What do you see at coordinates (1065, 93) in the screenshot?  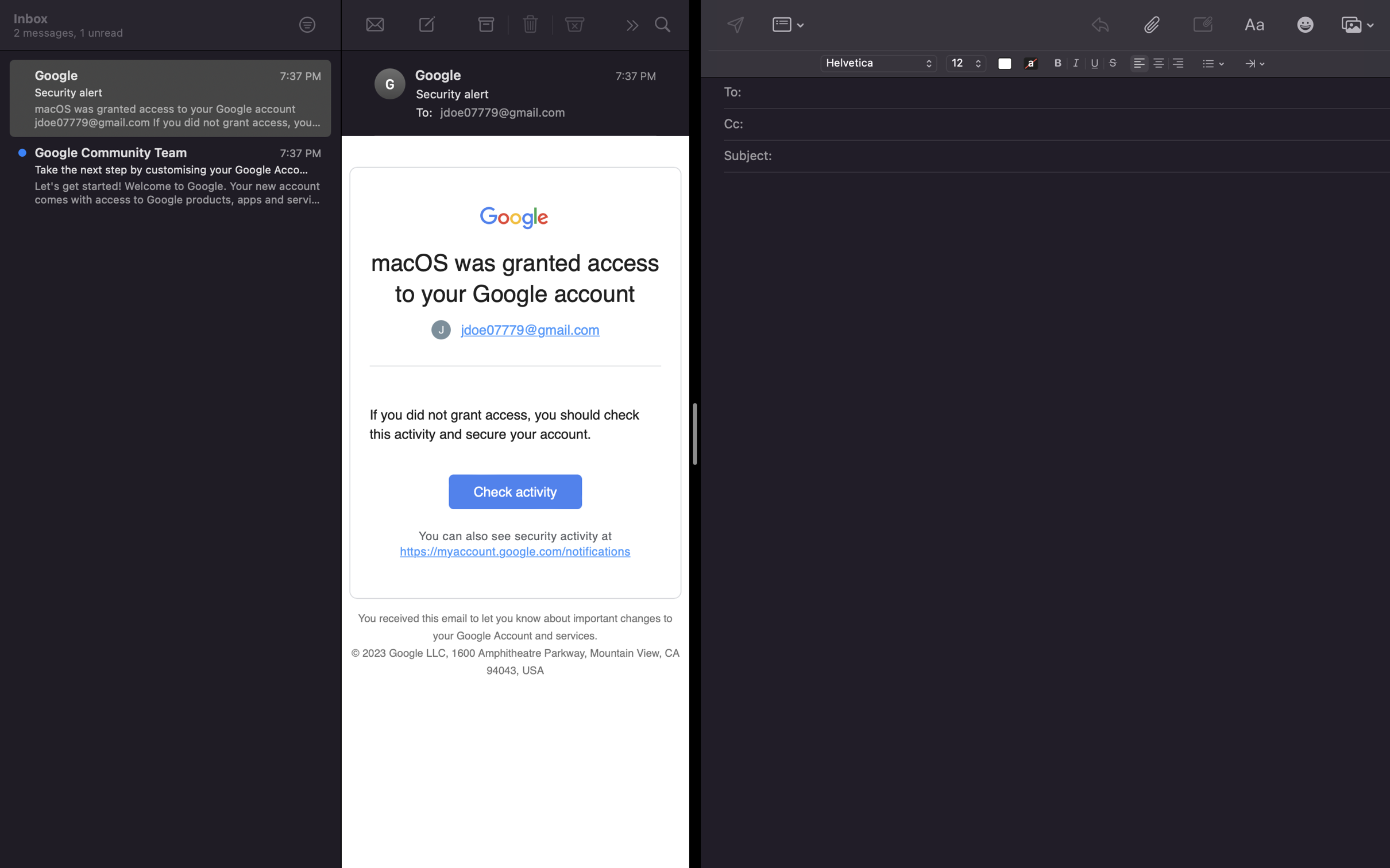 I see `Insert "emily@gmail.com" in the recipient bar` at bounding box center [1065, 93].